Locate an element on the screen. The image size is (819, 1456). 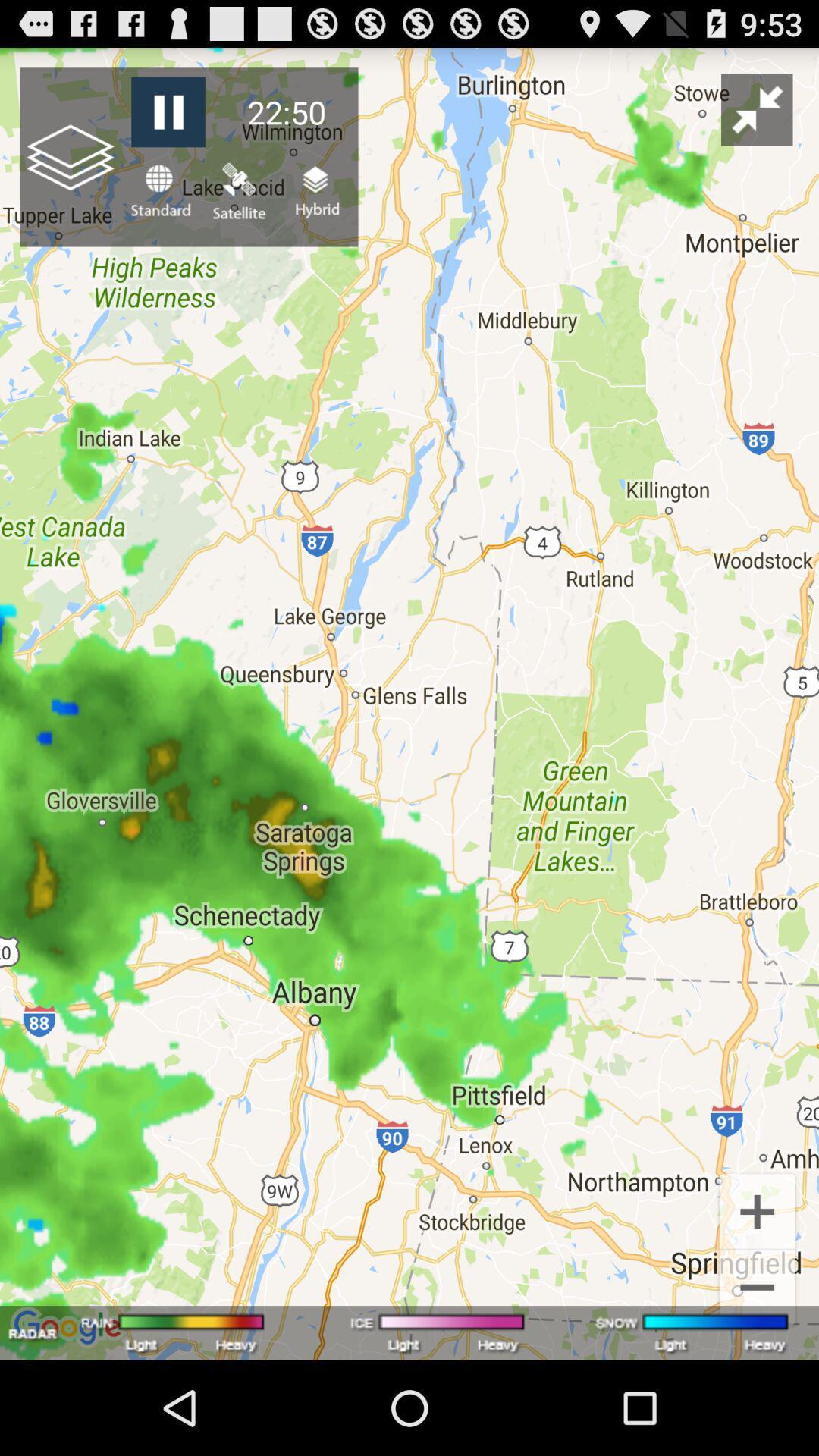
the icon to the right of the 22:50 item is located at coordinates (757, 108).